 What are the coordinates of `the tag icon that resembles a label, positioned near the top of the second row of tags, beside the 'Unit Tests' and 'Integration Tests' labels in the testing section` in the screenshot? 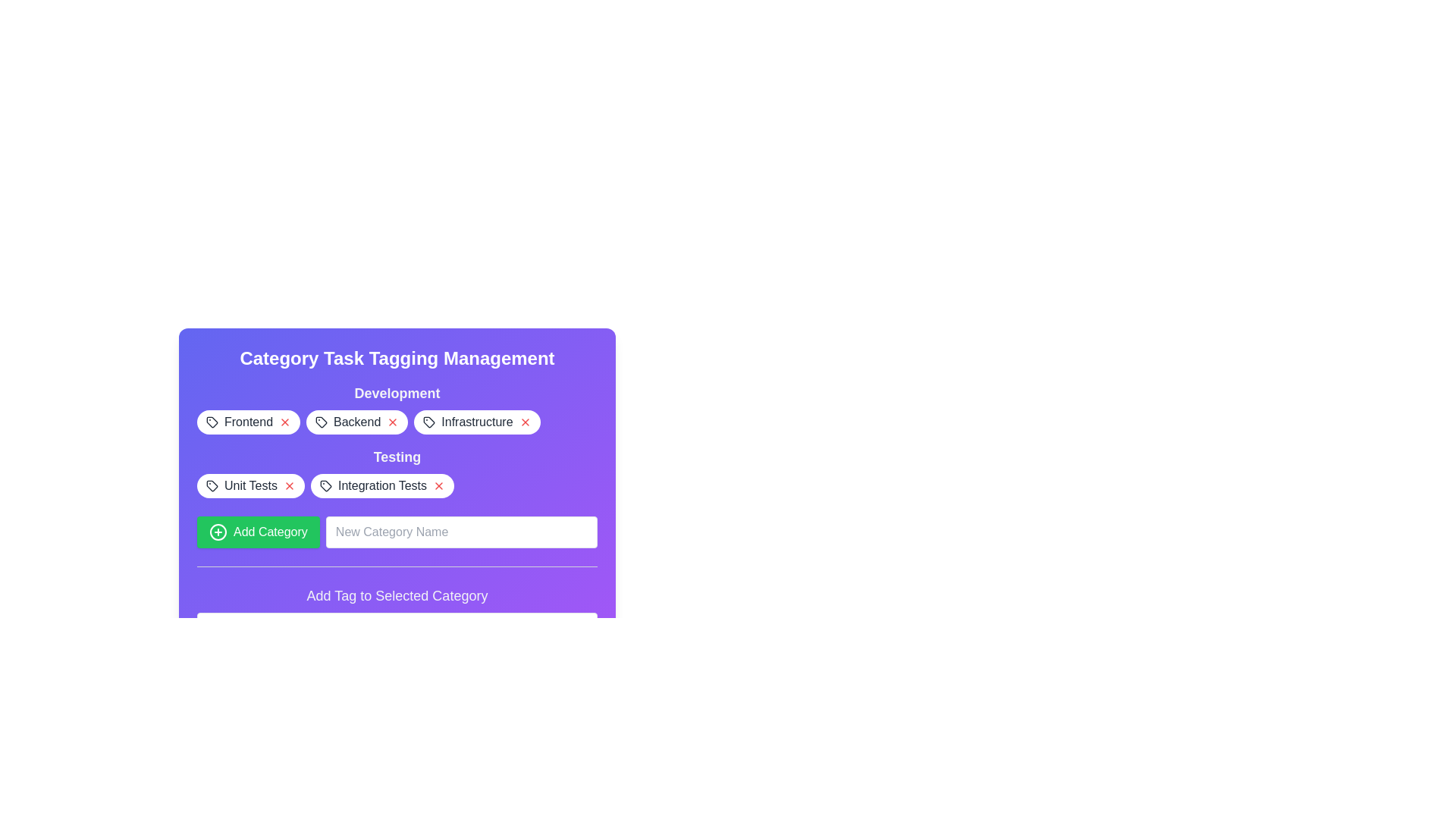 It's located at (211, 485).